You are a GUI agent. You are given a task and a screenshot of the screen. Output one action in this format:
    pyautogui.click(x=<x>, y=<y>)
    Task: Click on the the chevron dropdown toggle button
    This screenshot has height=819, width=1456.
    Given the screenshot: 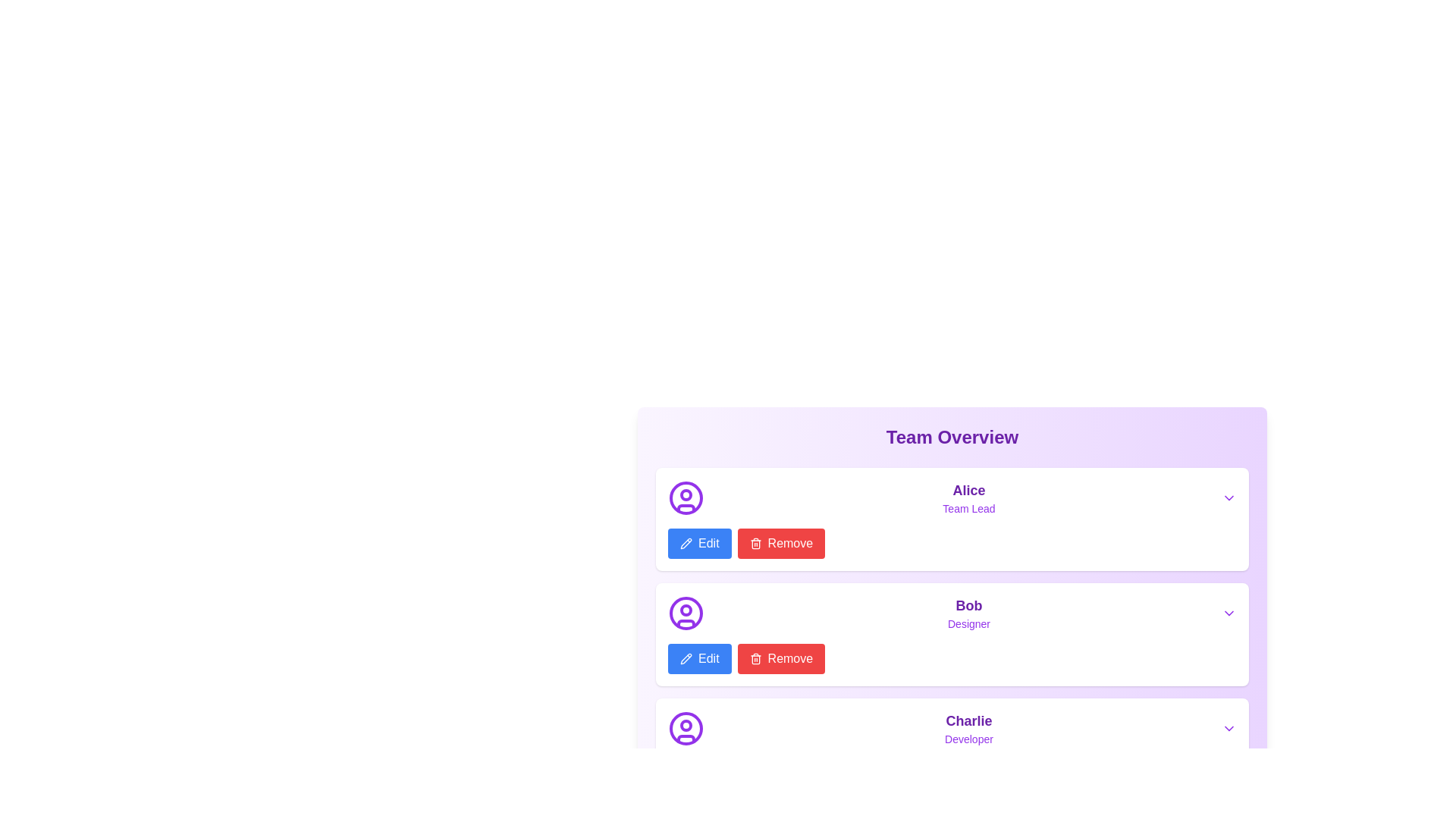 What is the action you would take?
    pyautogui.click(x=1229, y=727)
    